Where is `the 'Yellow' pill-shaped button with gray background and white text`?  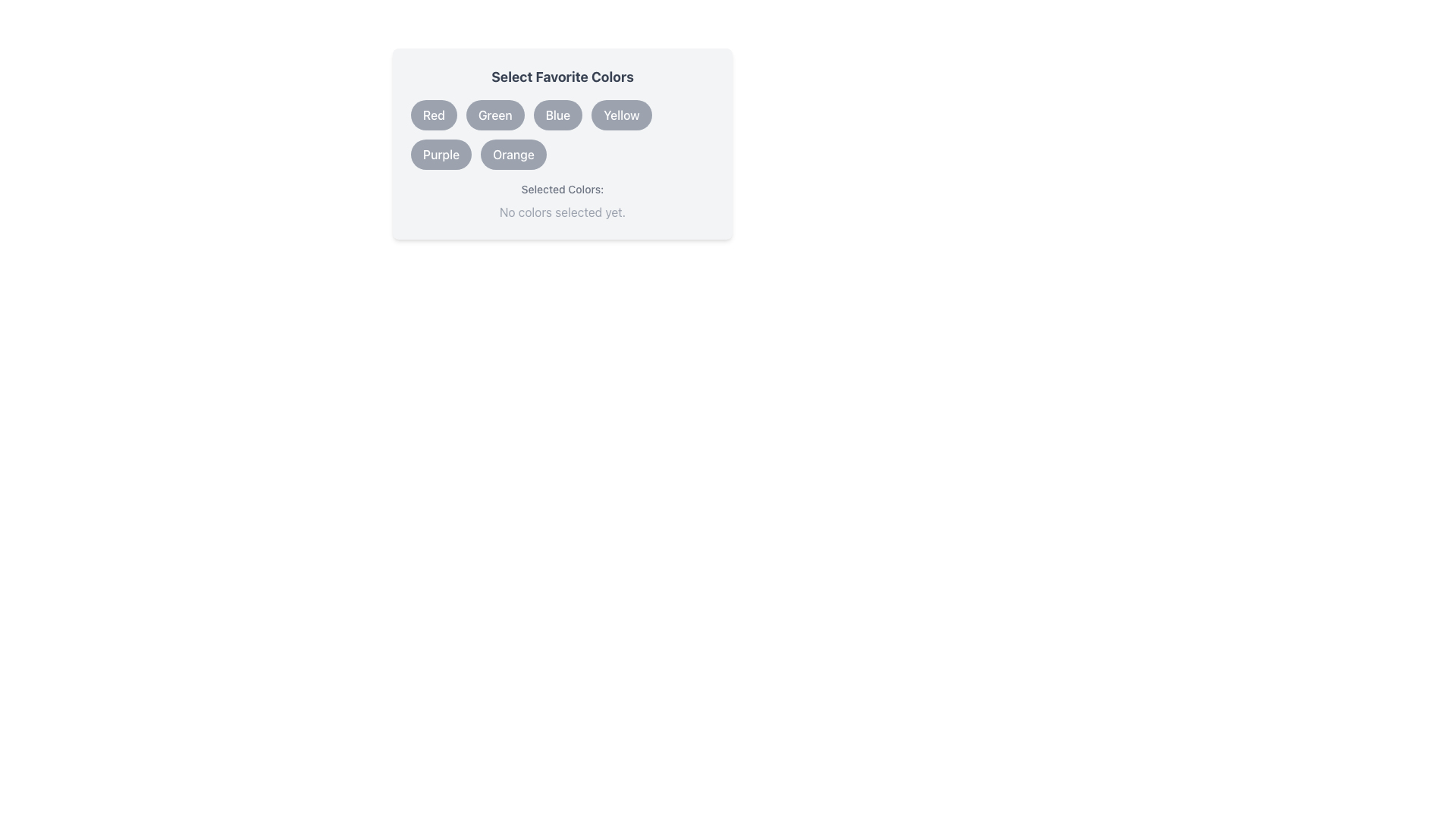 the 'Yellow' pill-shaped button with gray background and white text is located at coordinates (621, 114).